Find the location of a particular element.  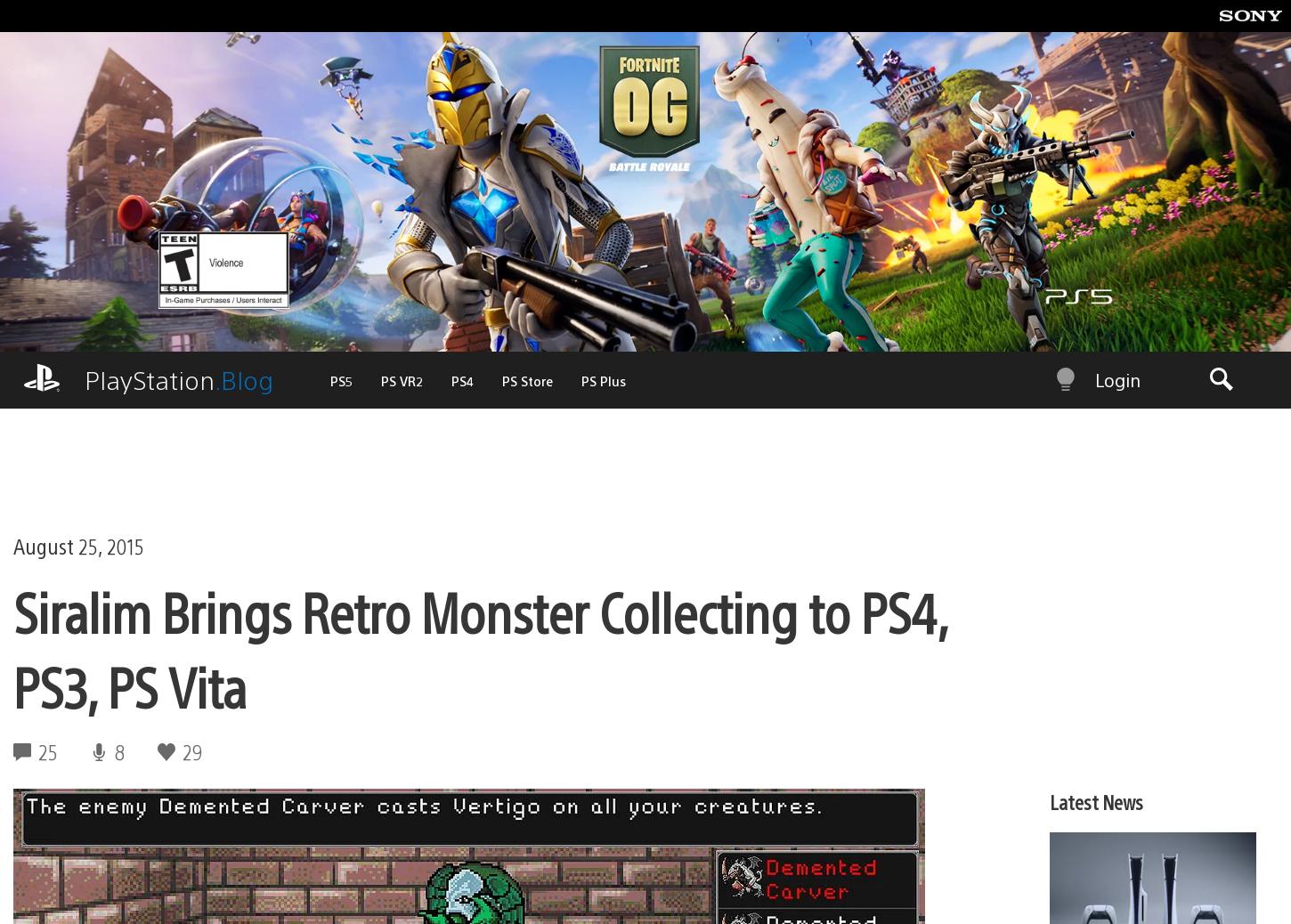

'August 25, 2015' is located at coordinates (78, 515).